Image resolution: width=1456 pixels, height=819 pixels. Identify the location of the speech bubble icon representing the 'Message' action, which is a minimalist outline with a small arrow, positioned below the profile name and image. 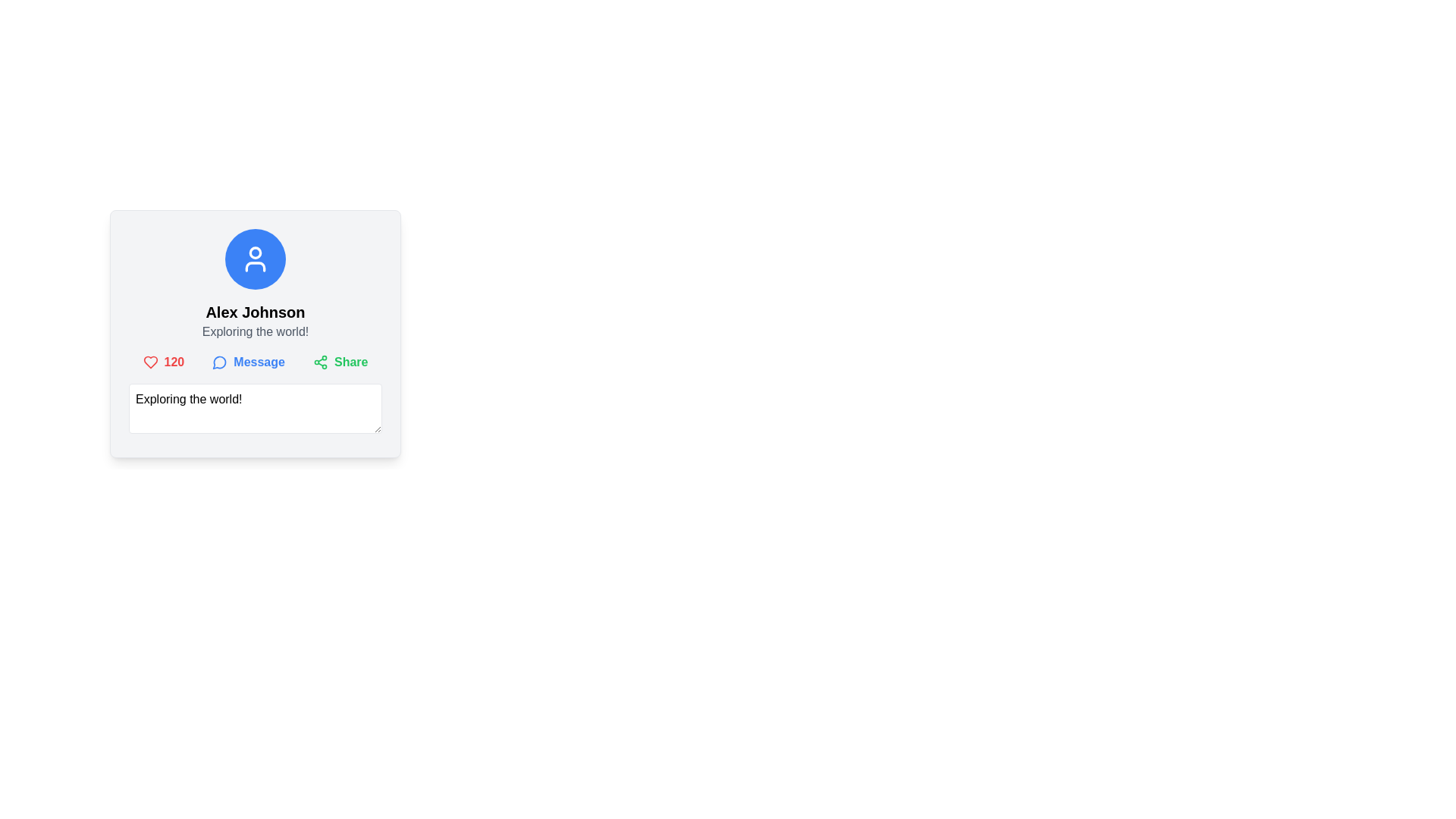
(218, 362).